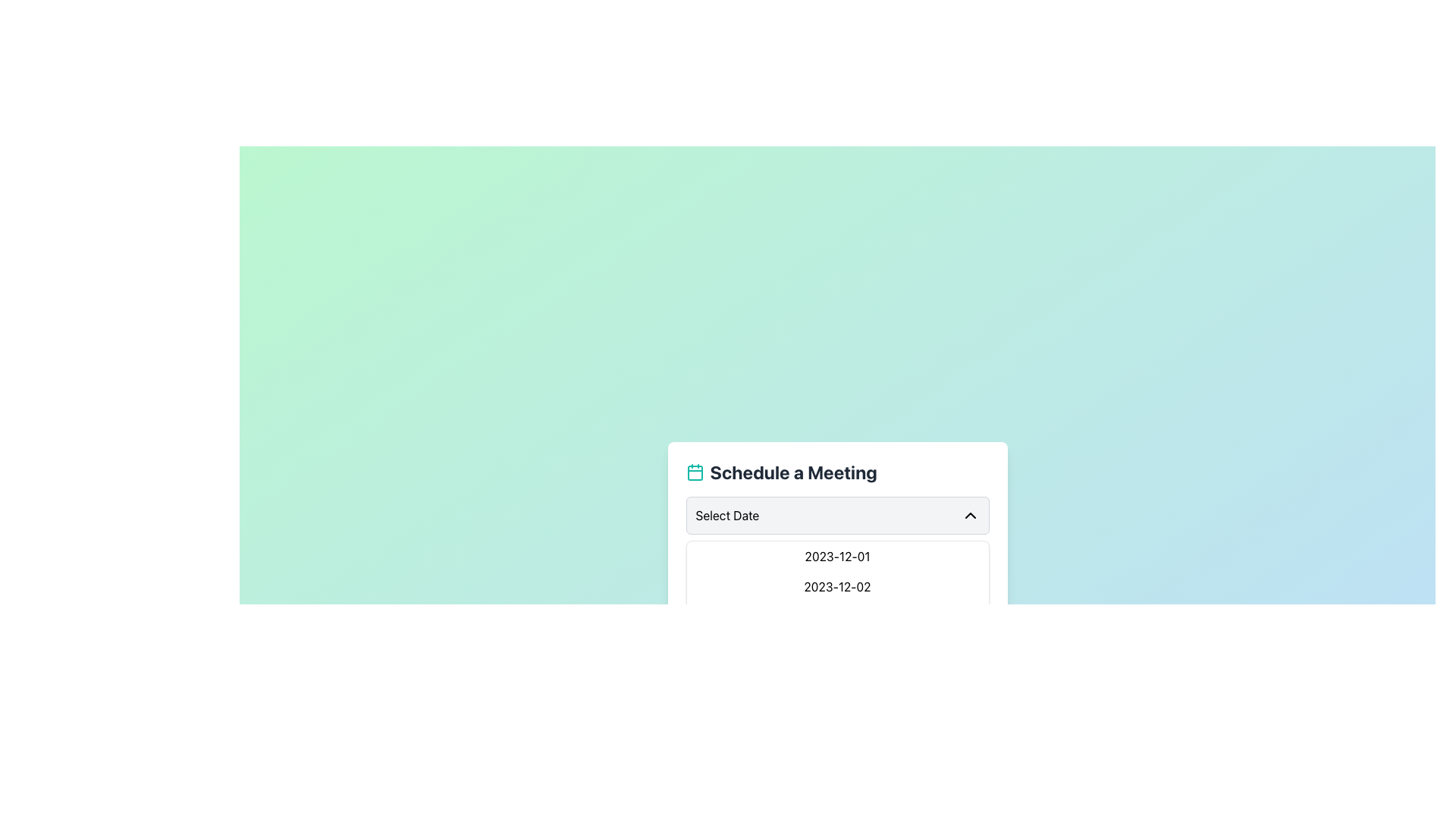 Image resolution: width=1456 pixels, height=819 pixels. I want to click on the button displaying '01:00 PM' for additional effects, so click(836, 587).